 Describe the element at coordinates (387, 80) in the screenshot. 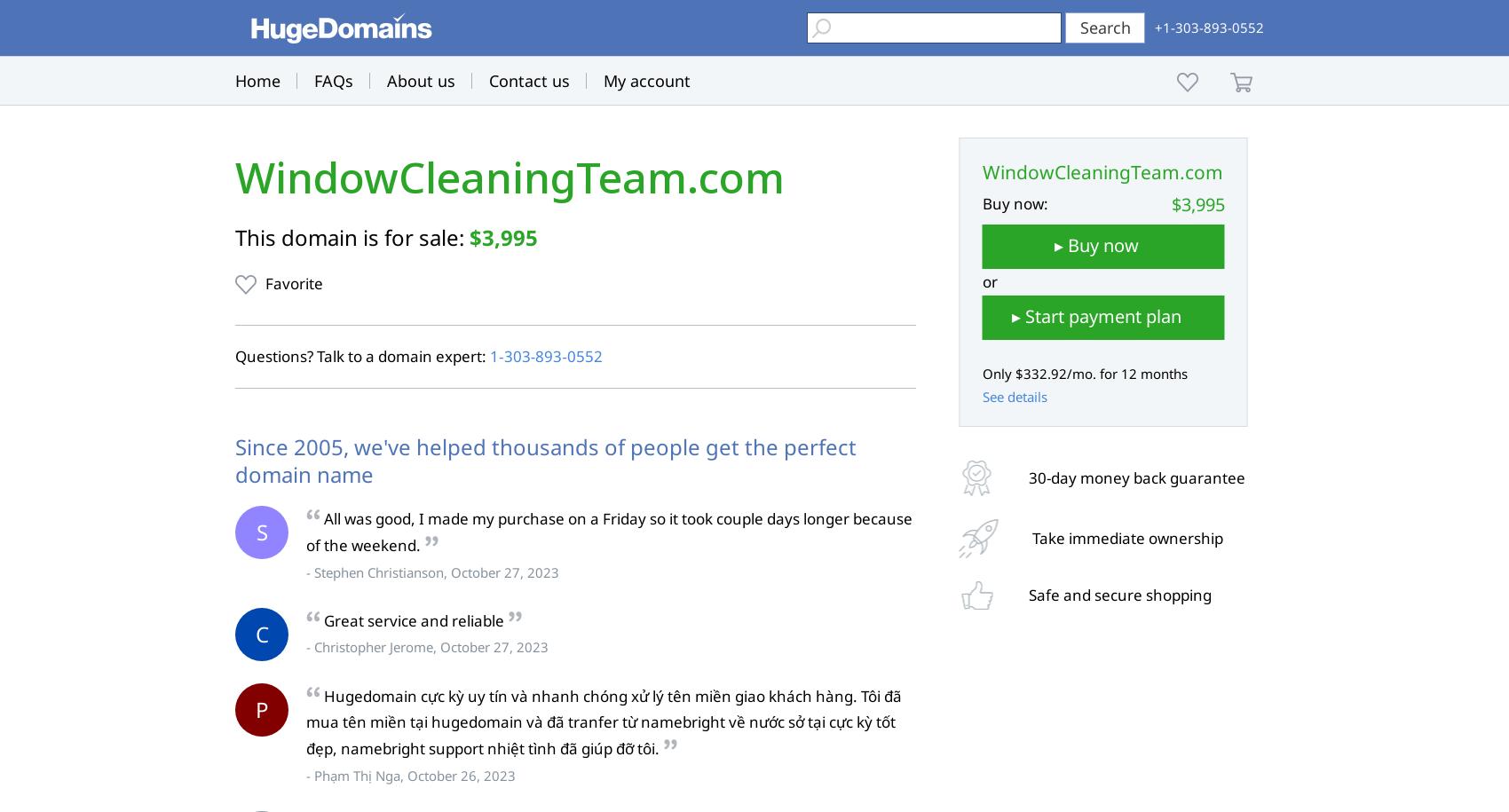

I see `'About us'` at that location.